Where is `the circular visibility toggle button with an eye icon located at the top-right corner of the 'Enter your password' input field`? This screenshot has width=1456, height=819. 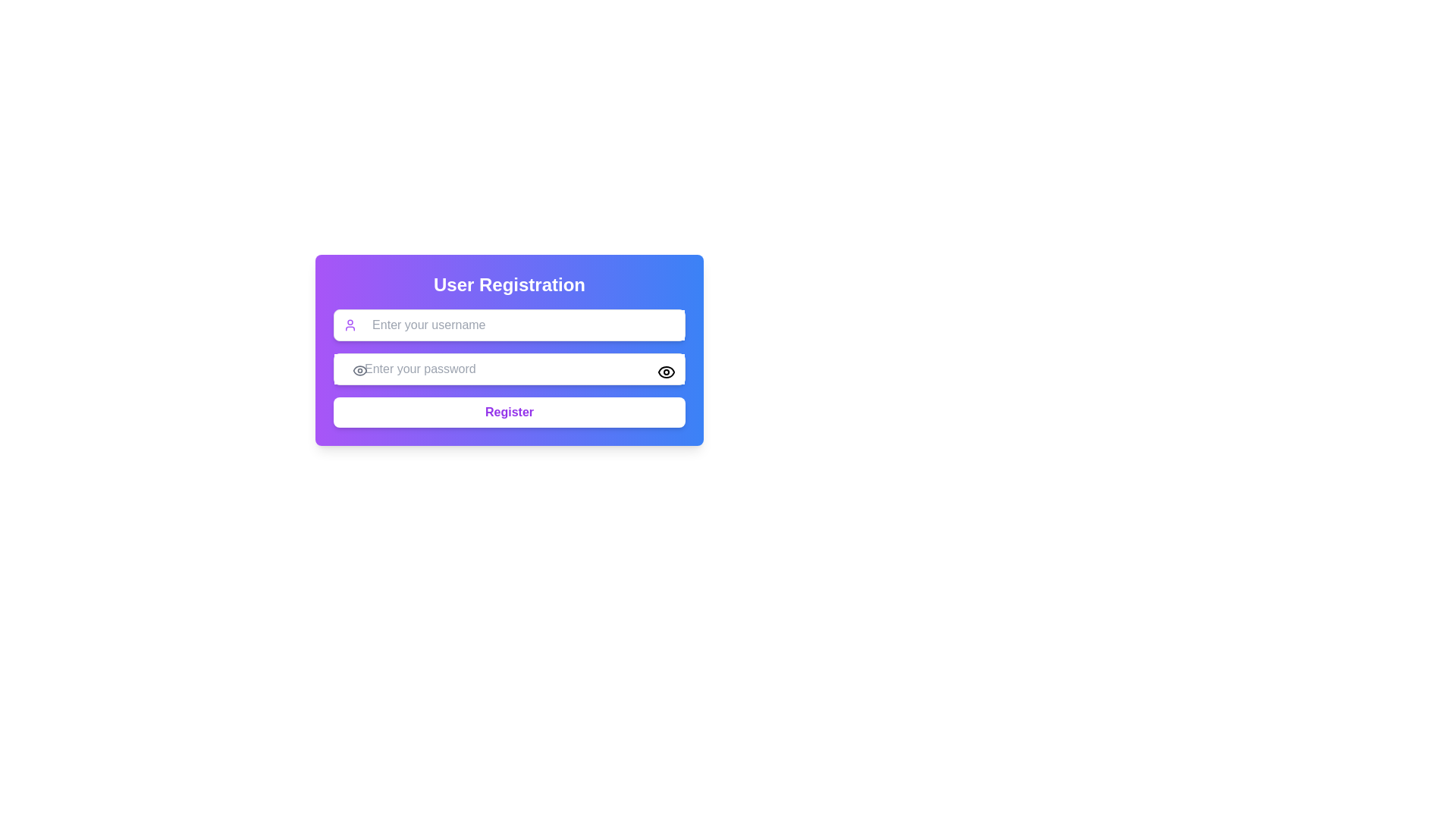
the circular visibility toggle button with an eye icon located at the top-right corner of the 'Enter your password' input field is located at coordinates (666, 372).